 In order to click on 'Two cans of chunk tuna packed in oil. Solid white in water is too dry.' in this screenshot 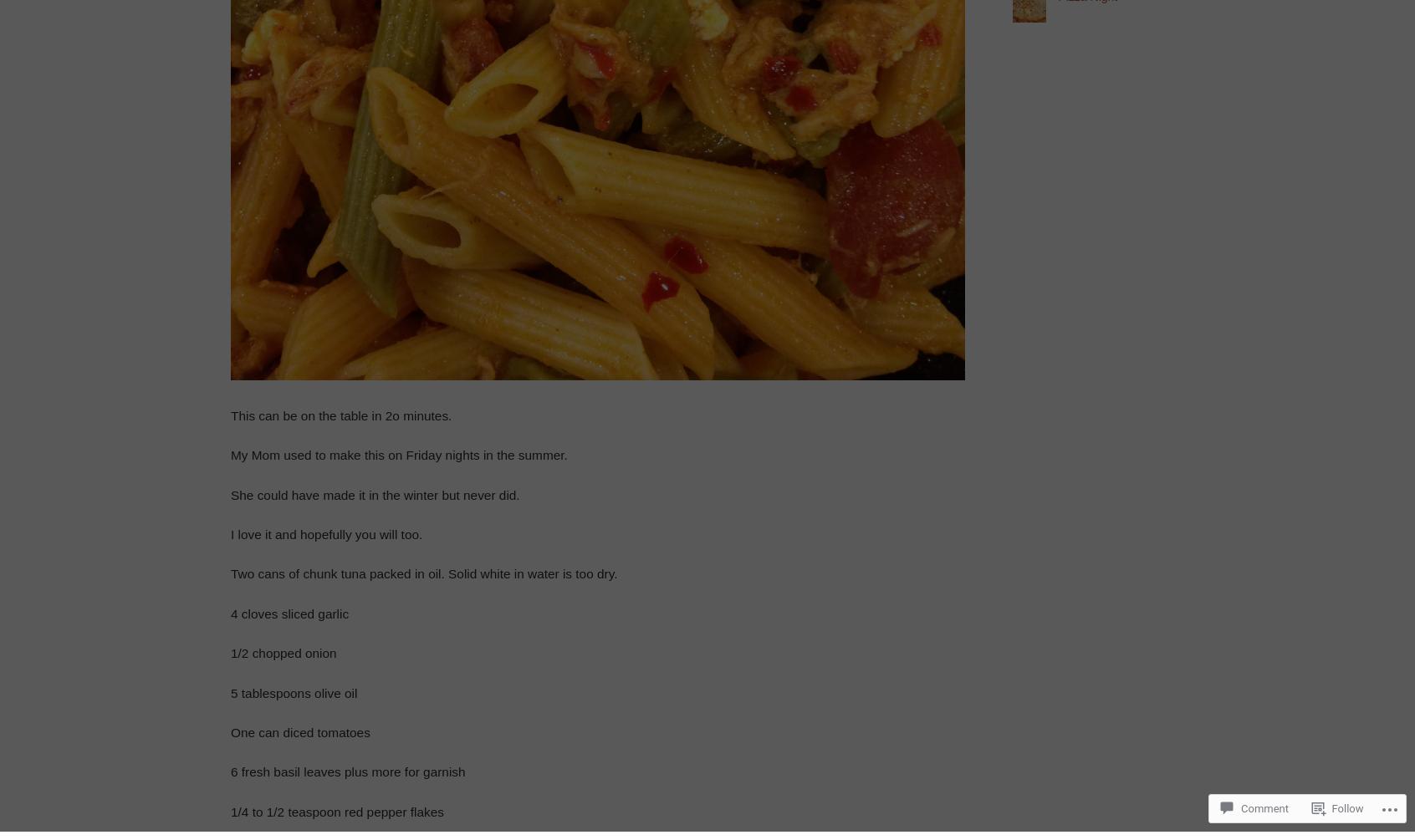, I will do `click(423, 573)`.